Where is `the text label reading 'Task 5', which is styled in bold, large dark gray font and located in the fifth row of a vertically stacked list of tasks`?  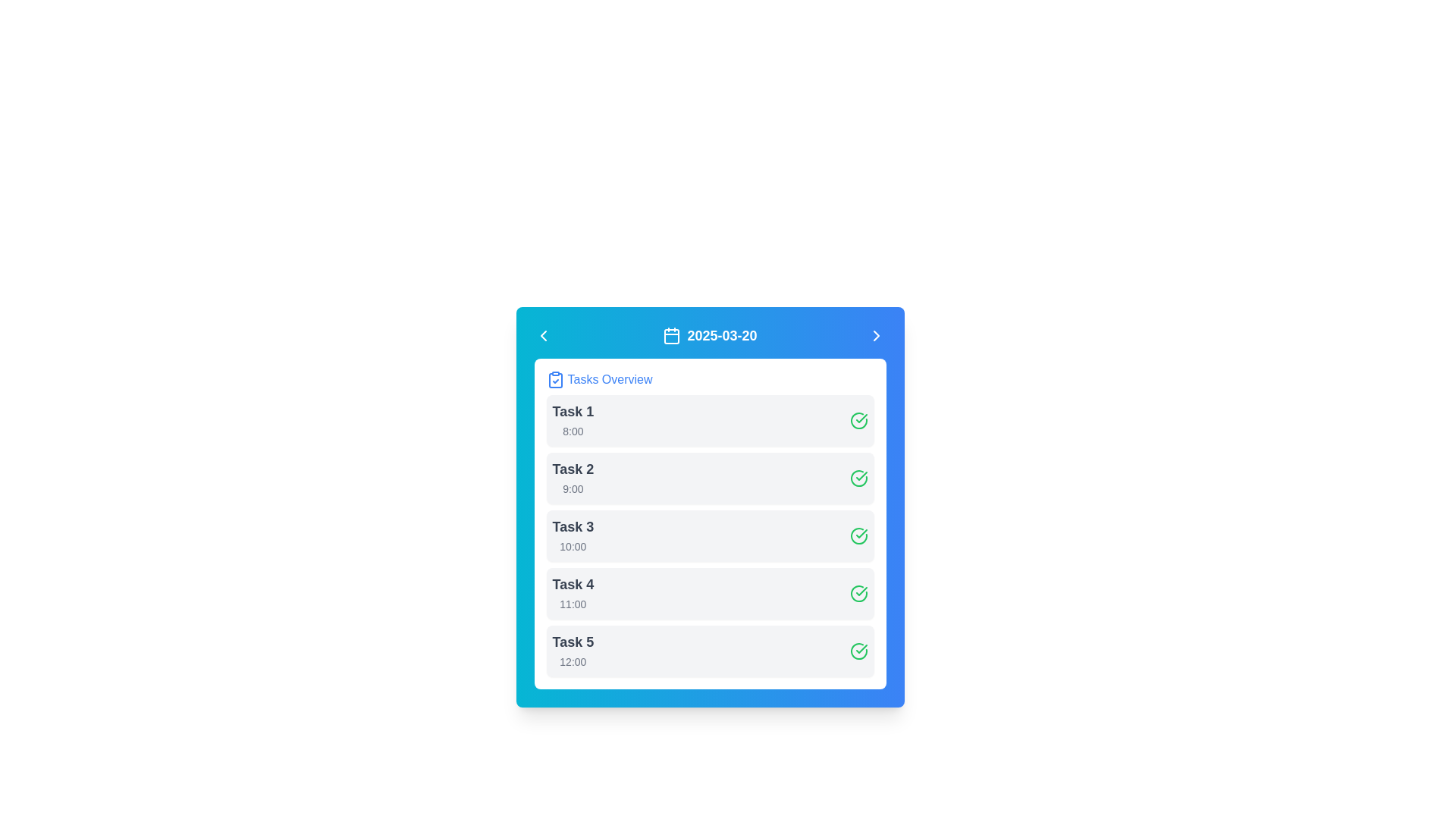 the text label reading 'Task 5', which is styled in bold, large dark gray font and located in the fifth row of a vertically stacked list of tasks is located at coordinates (572, 642).